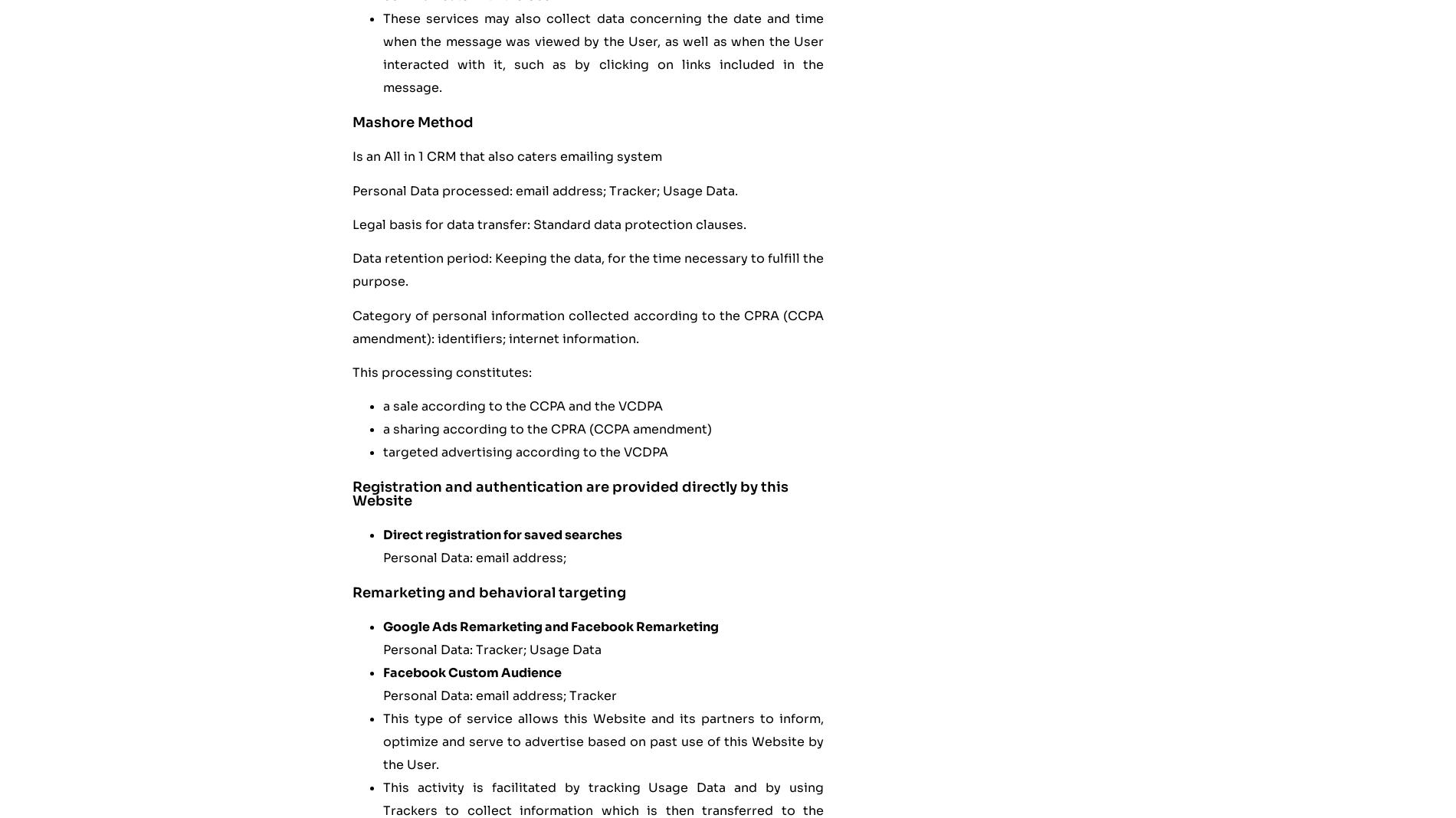  Describe the element at coordinates (509, 156) in the screenshot. I see `'Is an All in 1 CRM that also caters emailing system'` at that location.